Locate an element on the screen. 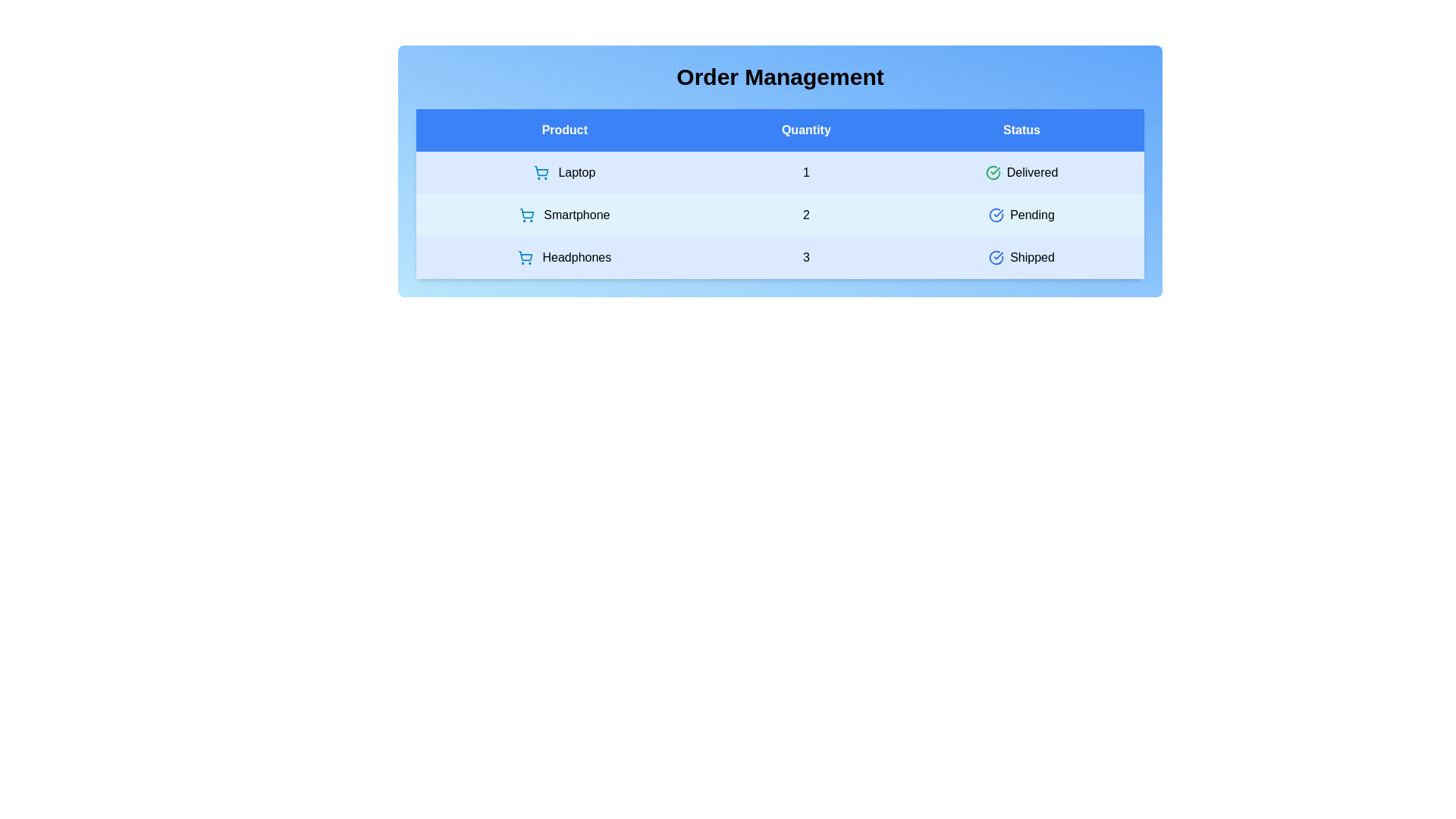  the status icon for the product Laptop to view its details is located at coordinates (993, 171).